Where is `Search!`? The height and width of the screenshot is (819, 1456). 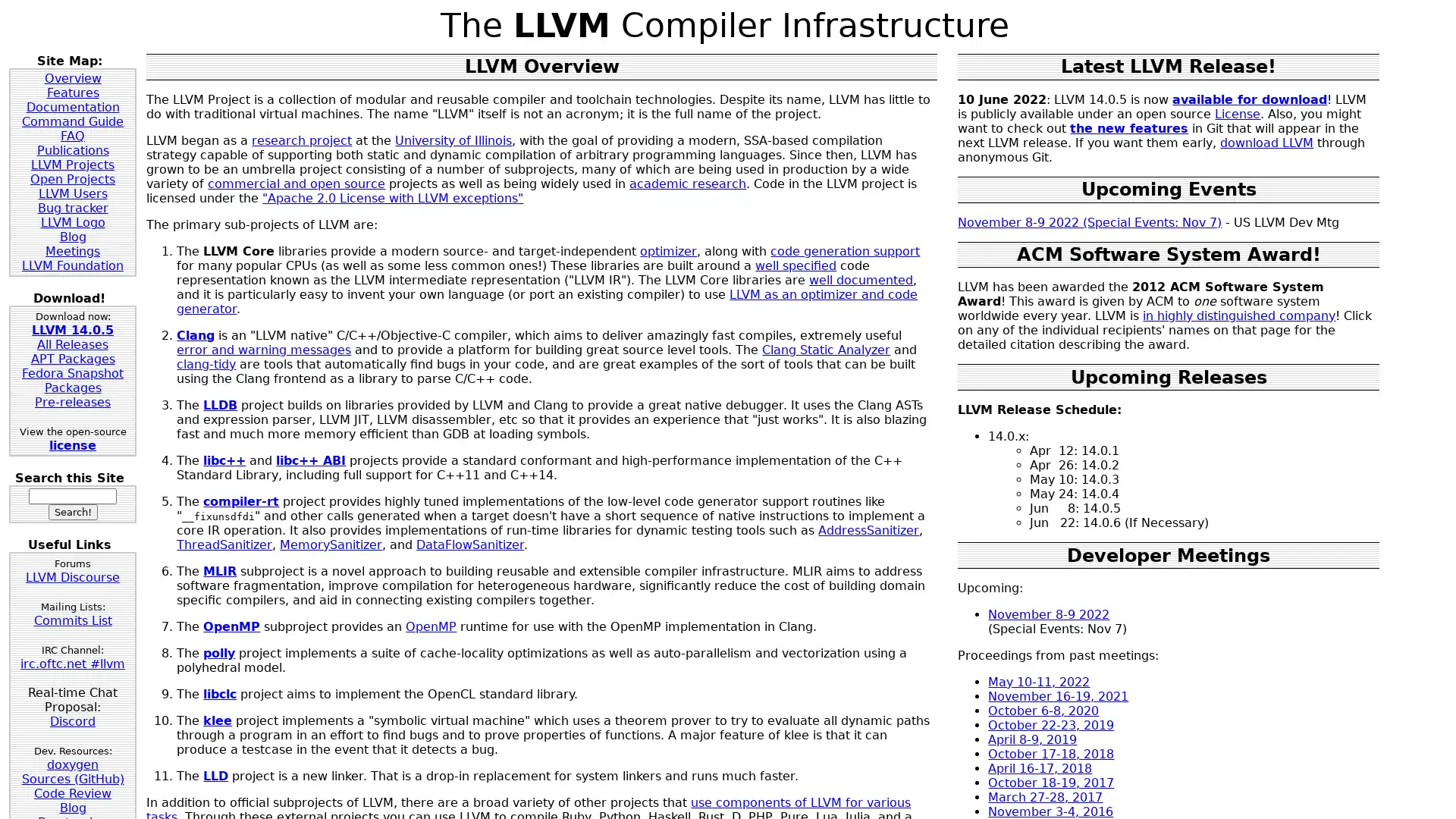 Search! is located at coordinates (71, 511).